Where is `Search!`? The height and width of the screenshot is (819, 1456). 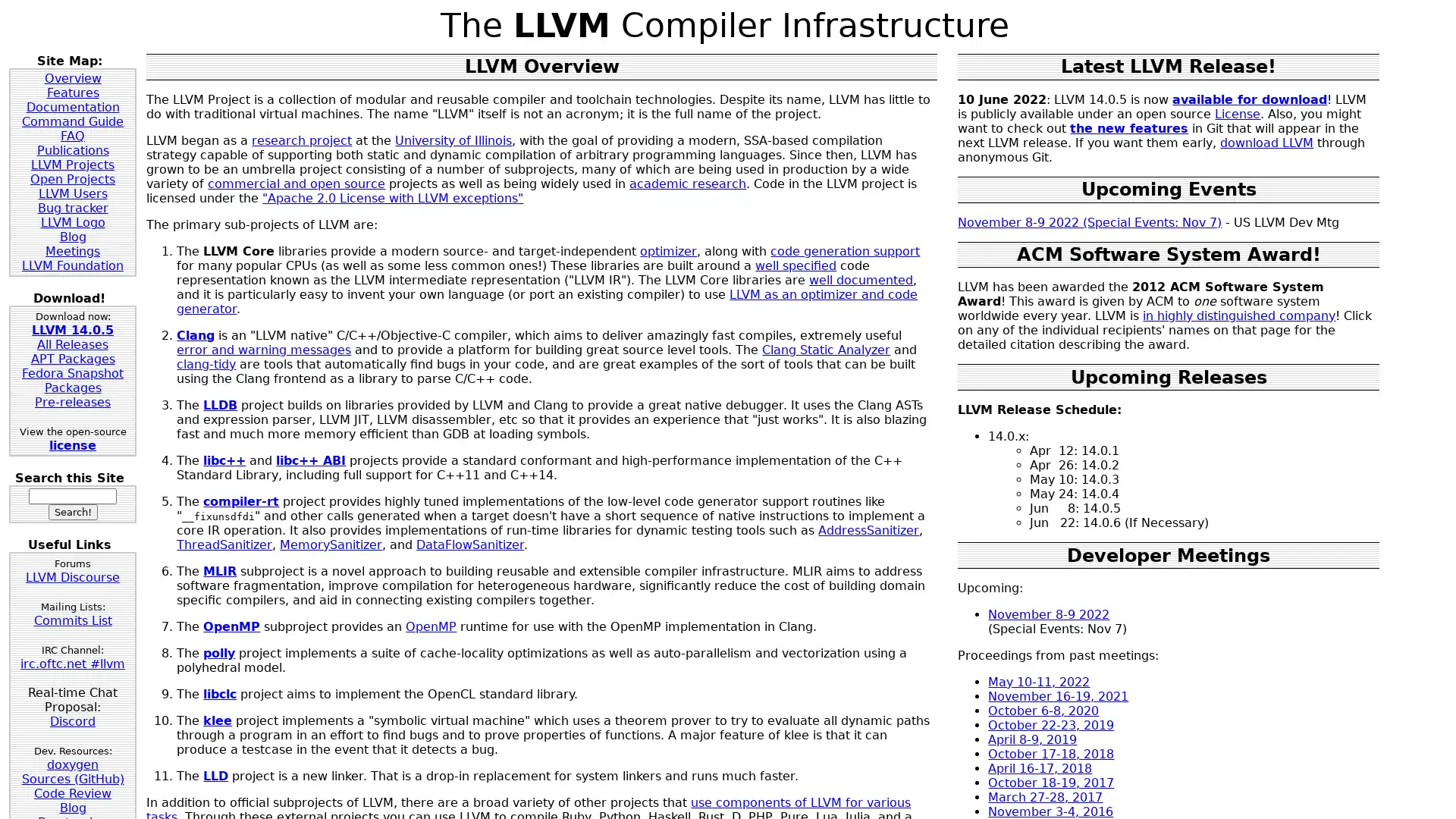 Search! is located at coordinates (71, 511).